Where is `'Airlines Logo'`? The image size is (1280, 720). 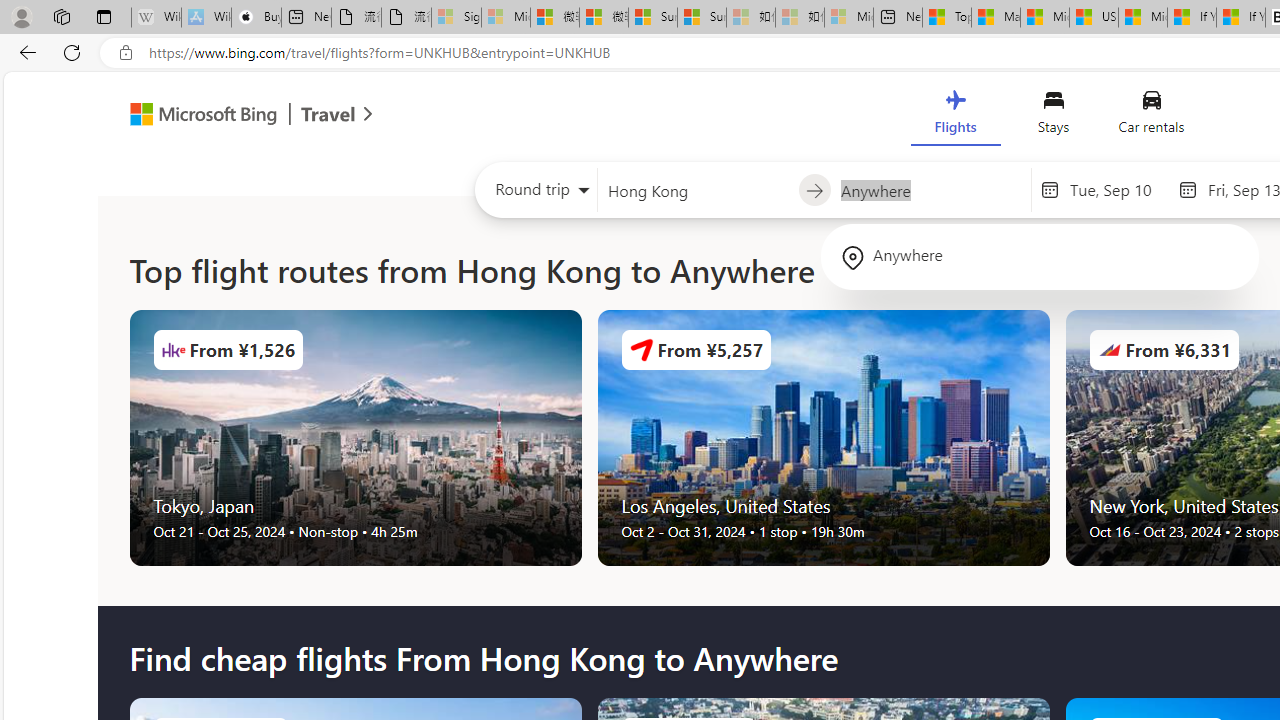
'Airlines Logo' is located at coordinates (1108, 348).